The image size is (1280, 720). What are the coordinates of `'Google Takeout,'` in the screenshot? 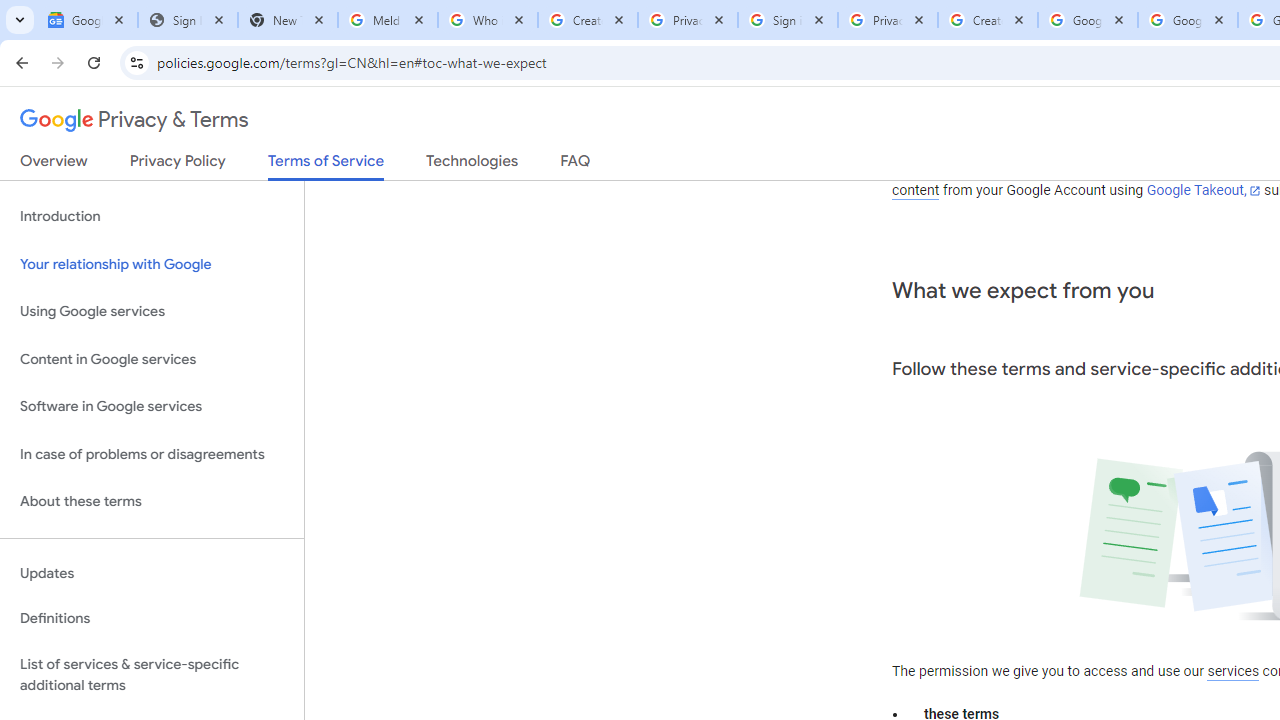 It's located at (1202, 191).